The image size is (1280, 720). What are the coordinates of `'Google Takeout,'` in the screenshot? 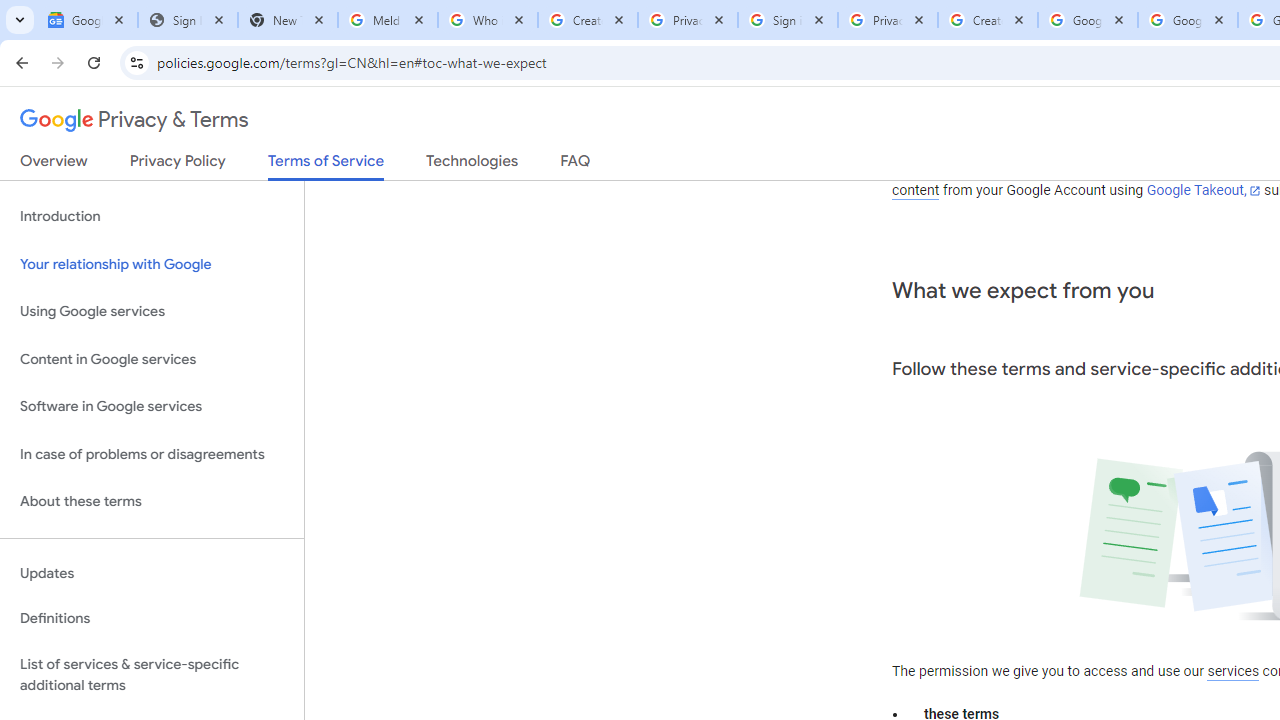 It's located at (1202, 191).